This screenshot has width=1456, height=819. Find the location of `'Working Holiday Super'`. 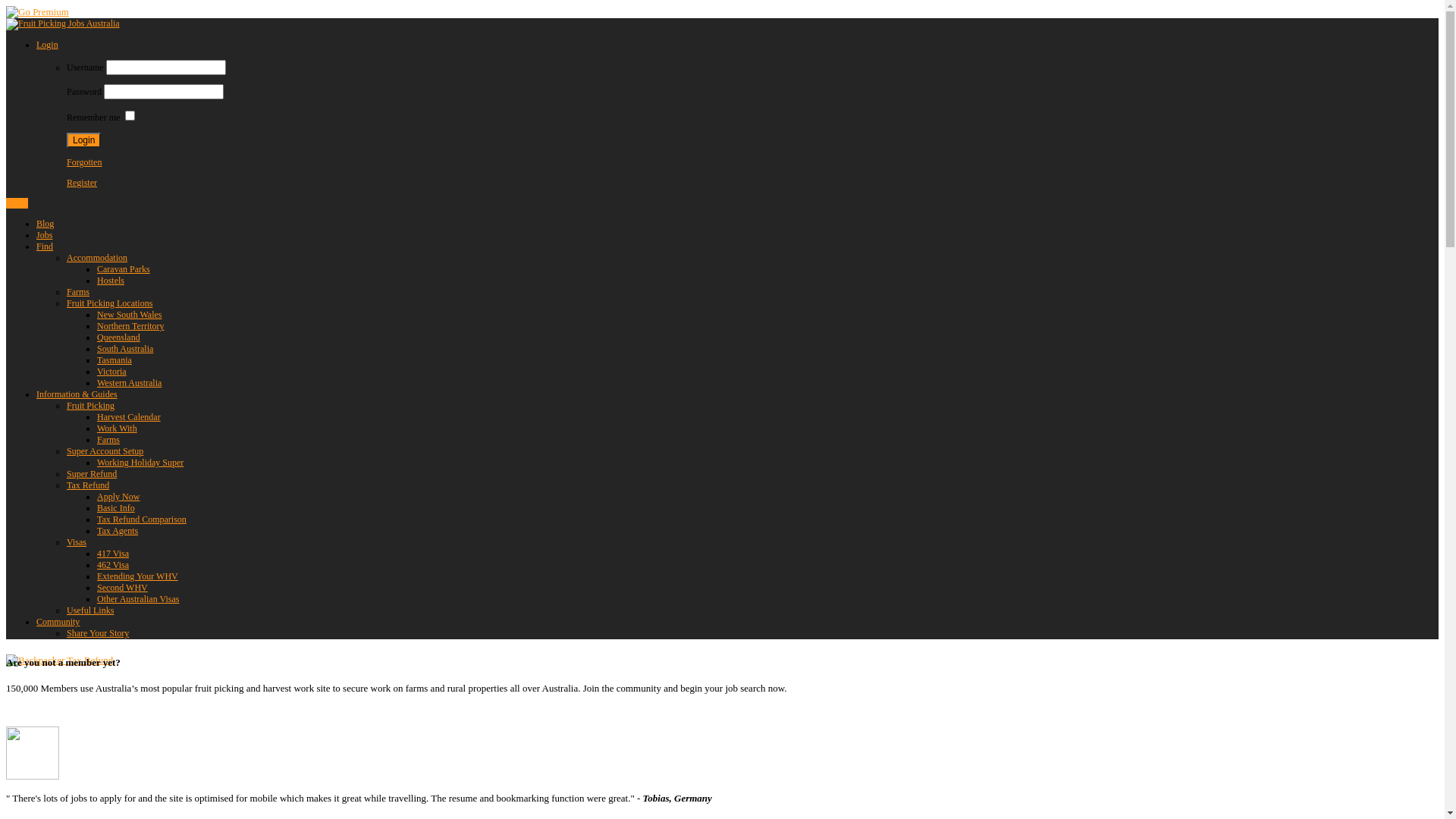

'Working Holiday Super' is located at coordinates (140, 461).